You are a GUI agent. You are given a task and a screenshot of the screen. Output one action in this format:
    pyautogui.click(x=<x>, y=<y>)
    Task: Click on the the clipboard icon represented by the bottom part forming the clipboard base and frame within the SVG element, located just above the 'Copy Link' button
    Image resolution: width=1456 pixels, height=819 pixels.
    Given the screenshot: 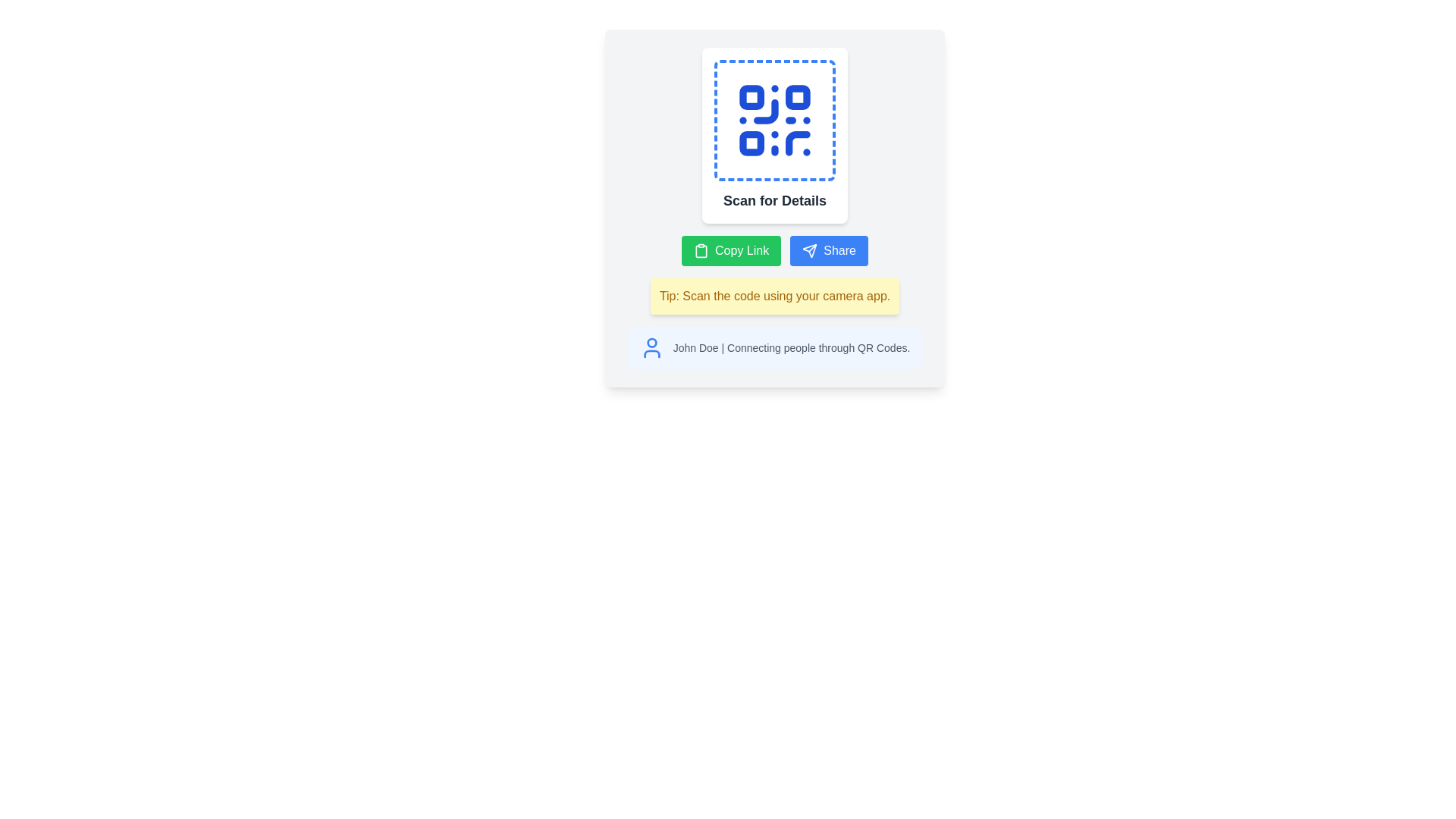 What is the action you would take?
    pyautogui.click(x=701, y=250)
    